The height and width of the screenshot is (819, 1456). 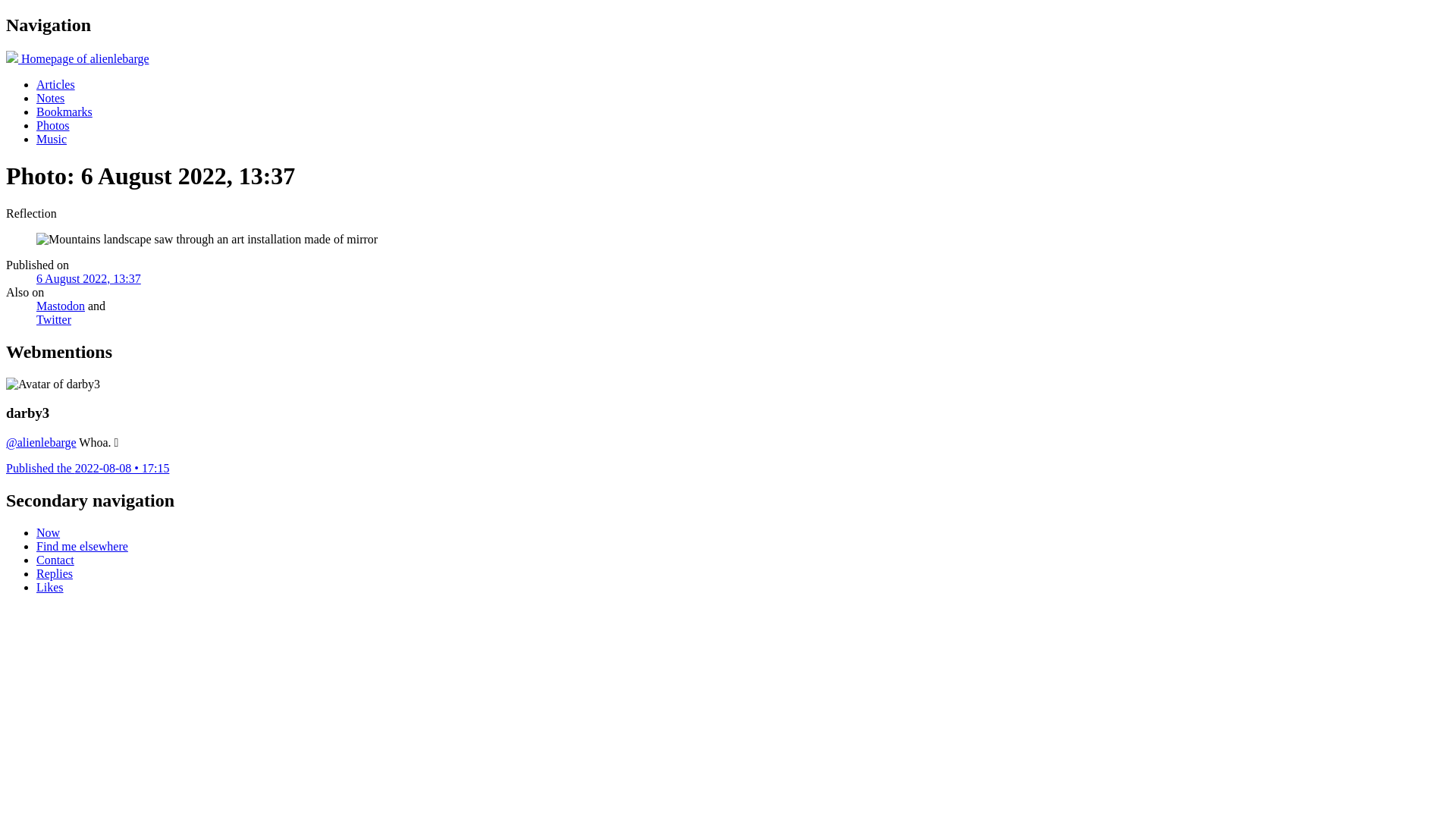 What do you see at coordinates (50, 586) in the screenshot?
I see `'Likes'` at bounding box center [50, 586].